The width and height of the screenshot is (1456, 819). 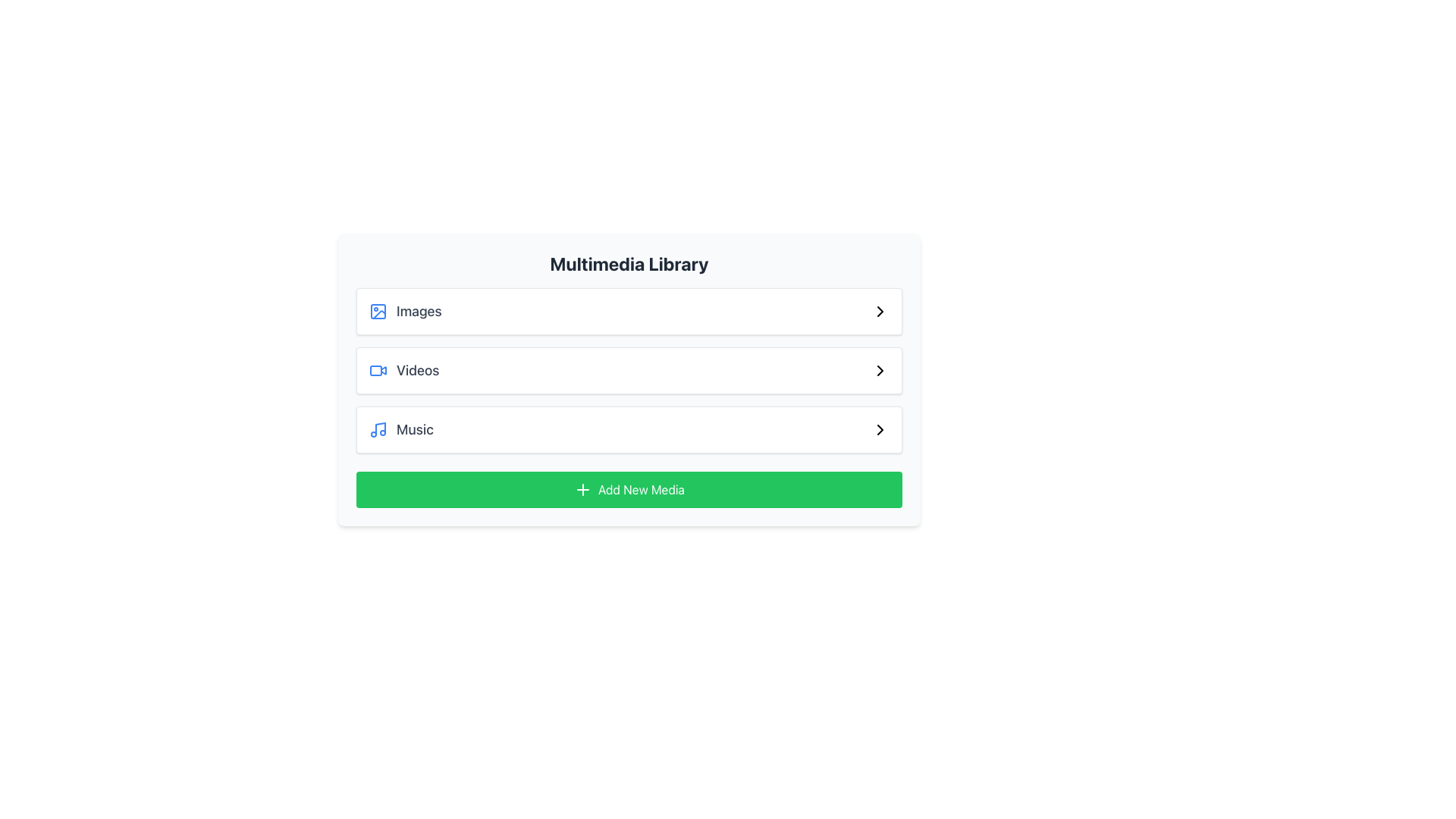 I want to click on the forward-pointing chevron icon with a black outline, located within the 'Music' entry of the 'Multimedia Library' card, to interact with it, so click(x=880, y=430).